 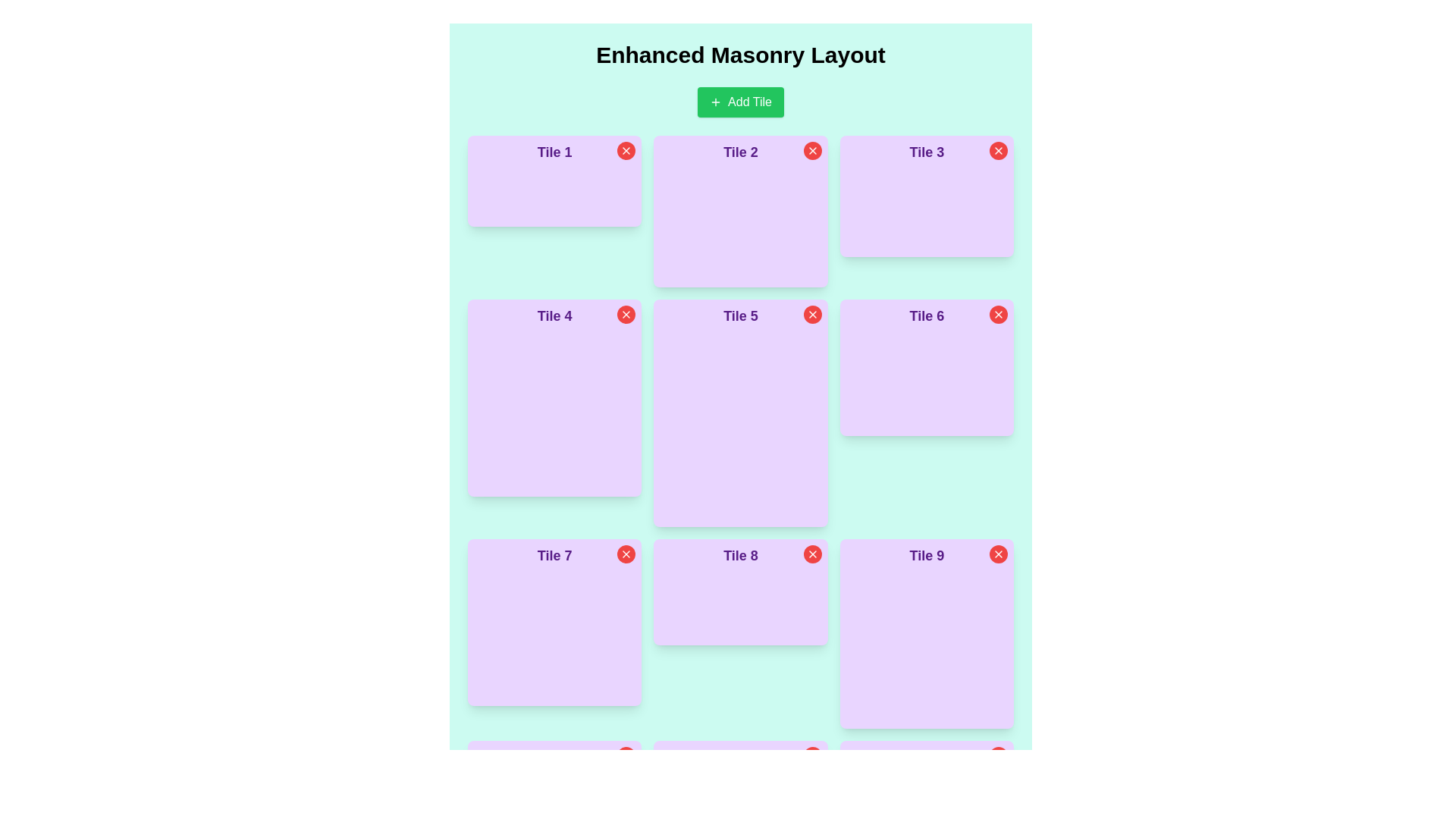 What do you see at coordinates (740, 591) in the screenshot?
I see `the card component with an interactive button located in the middle row of the grid layout` at bounding box center [740, 591].